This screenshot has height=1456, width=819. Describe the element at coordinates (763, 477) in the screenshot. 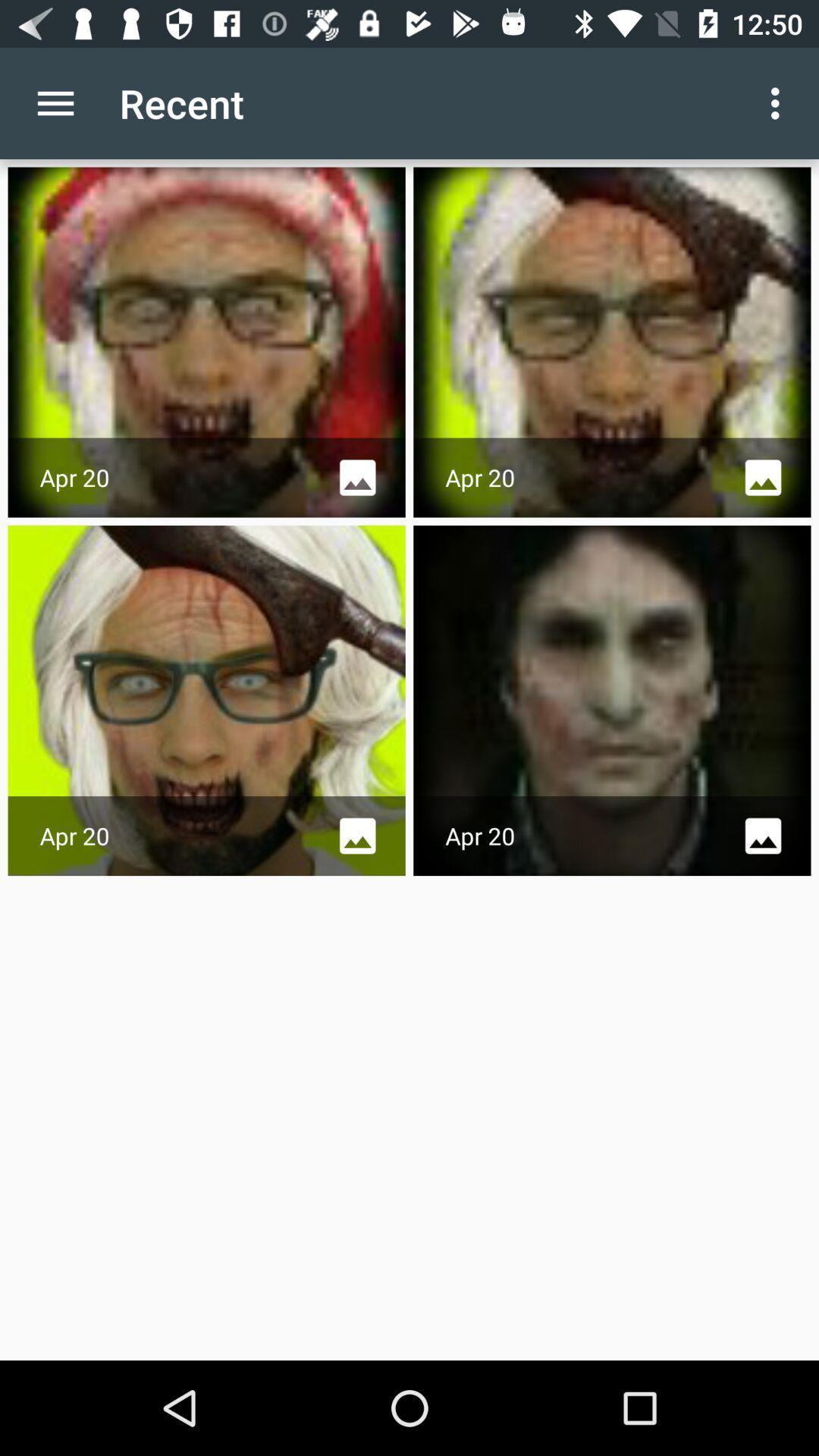

I see `the second image icon in the first row` at that location.